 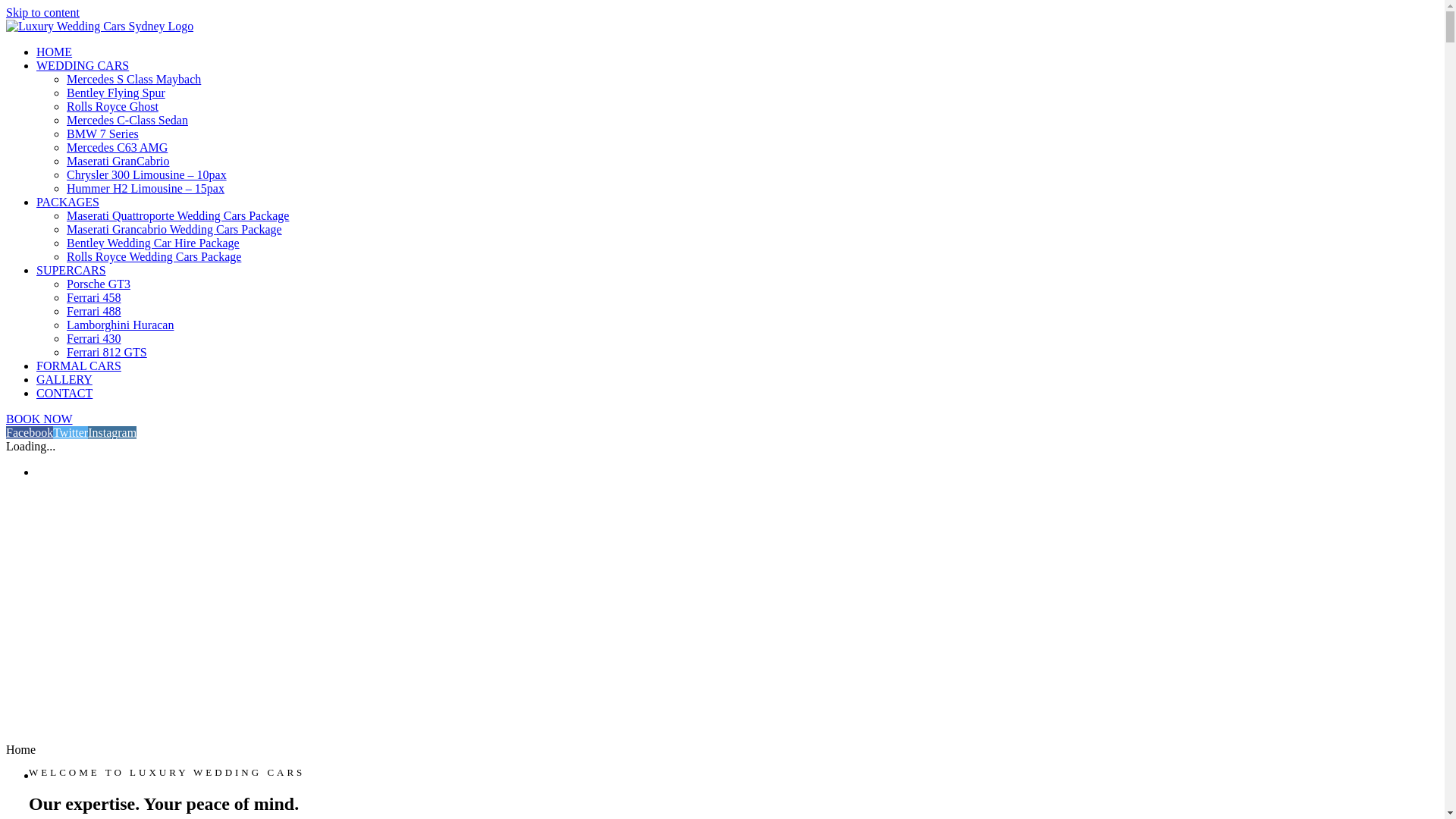 What do you see at coordinates (111, 105) in the screenshot?
I see `'Rolls Royce Ghost'` at bounding box center [111, 105].